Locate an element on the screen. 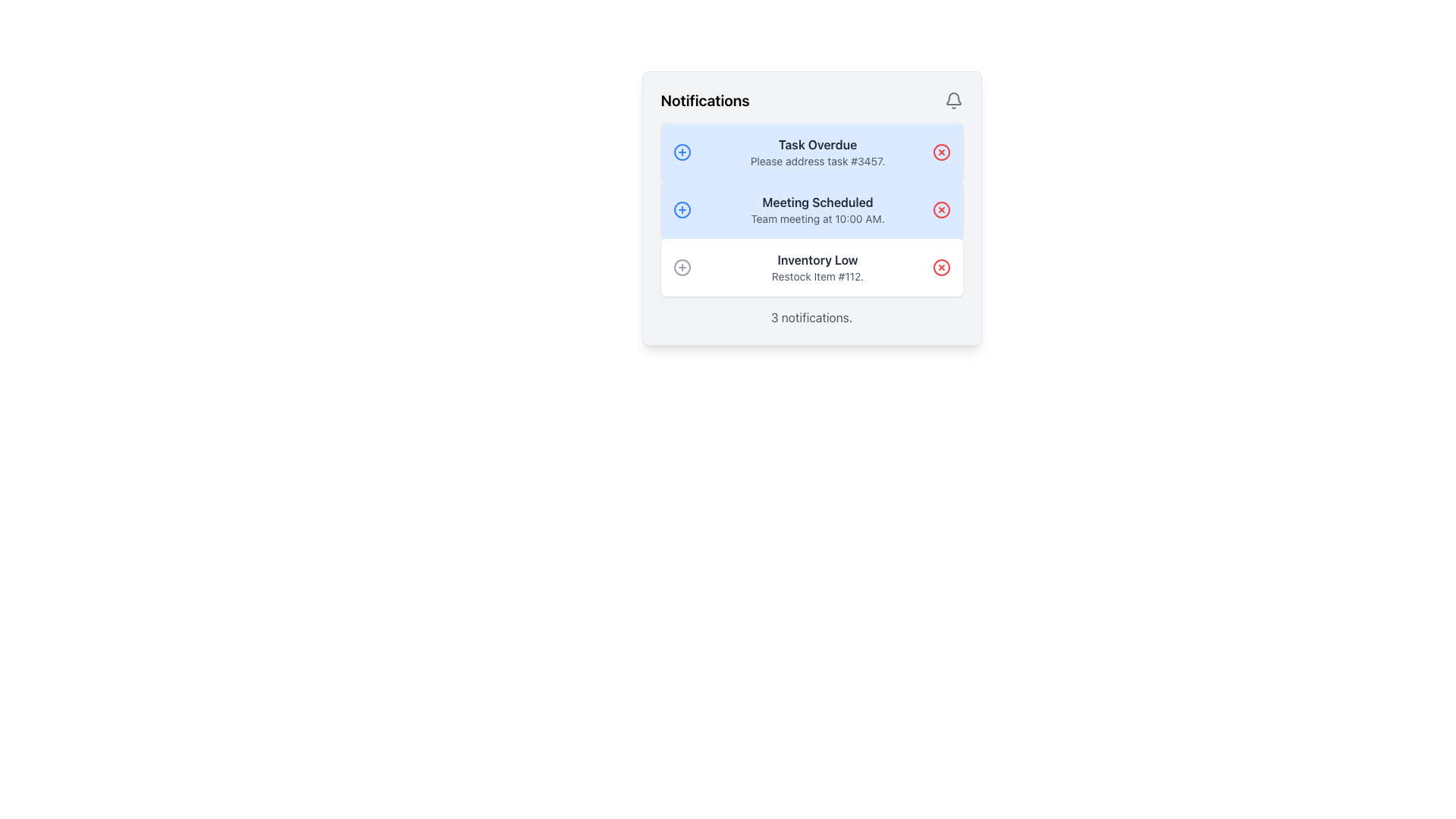 This screenshot has width=1456, height=819. the Circular action indicator in the 'Meeting Scheduled' notification is located at coordinates (681, 210).